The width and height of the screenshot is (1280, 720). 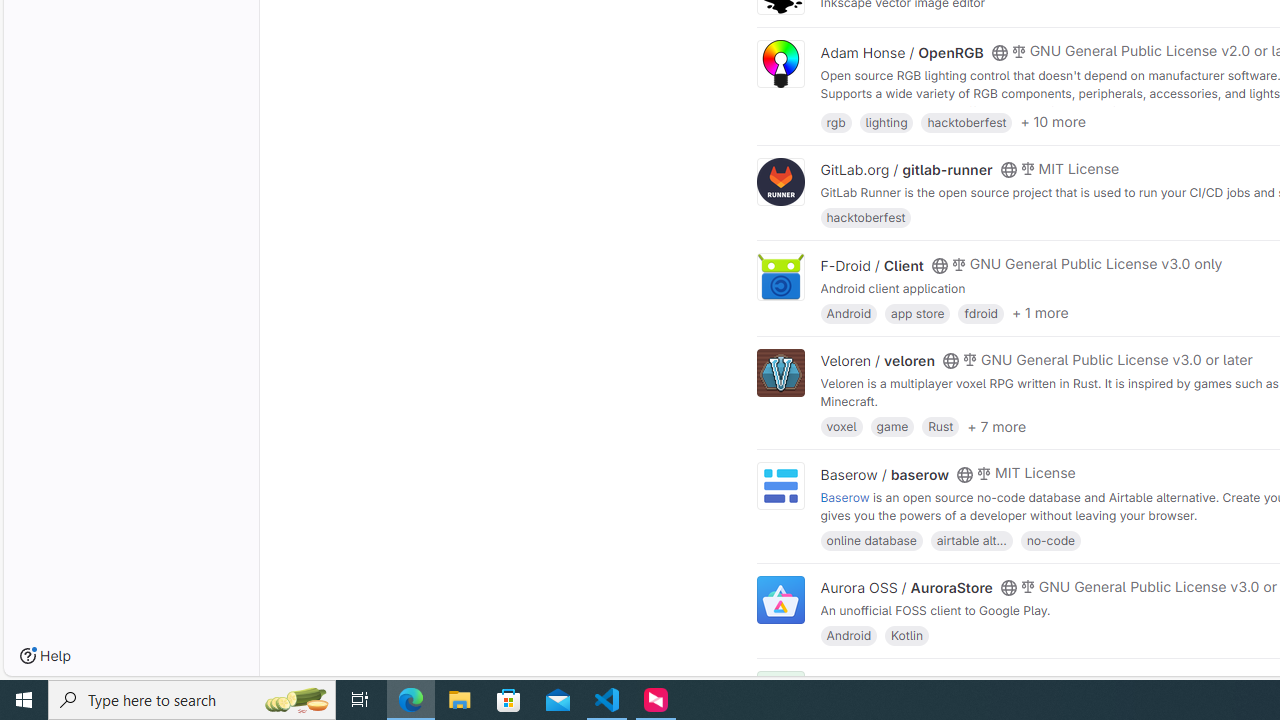 What do you see at coordinates (836, 121) in the screenshot?
I see `'rgb'` at bounding box center [836, 121].